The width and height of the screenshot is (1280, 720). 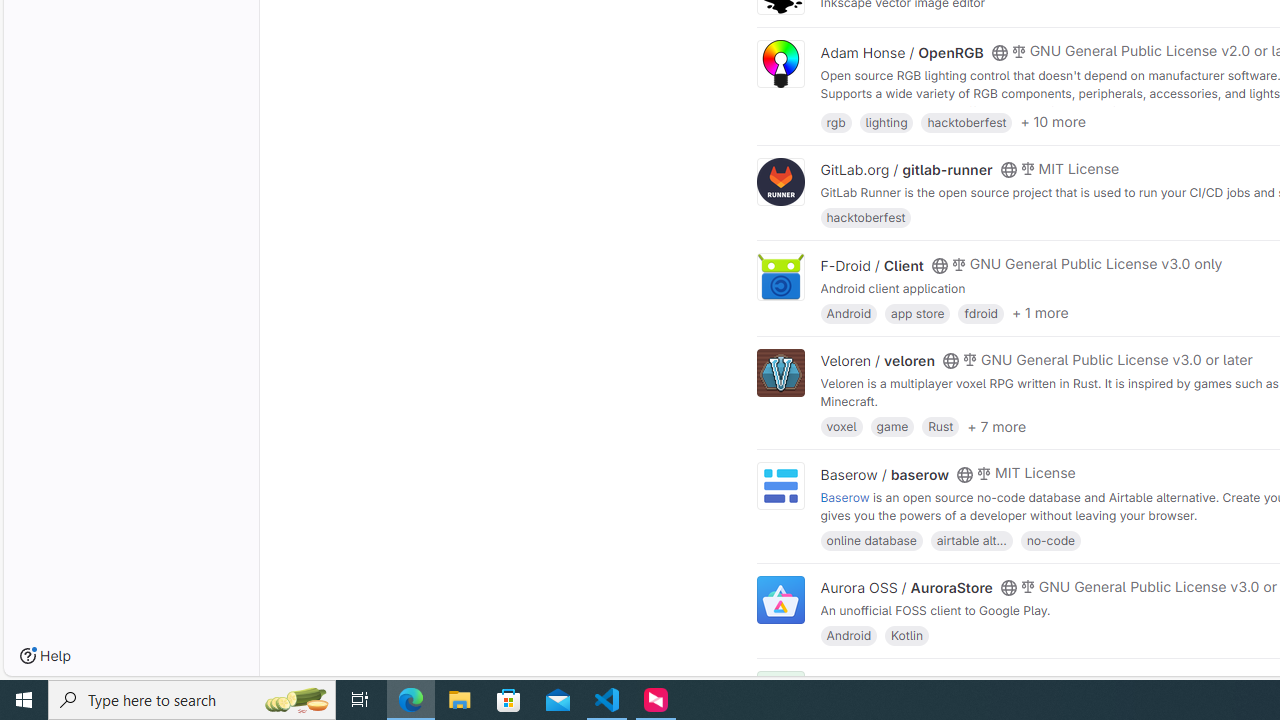 What do you see at coordinates (836, 121) in the screenshot?
I see `'rgb'` at bounding box center [836, 121].